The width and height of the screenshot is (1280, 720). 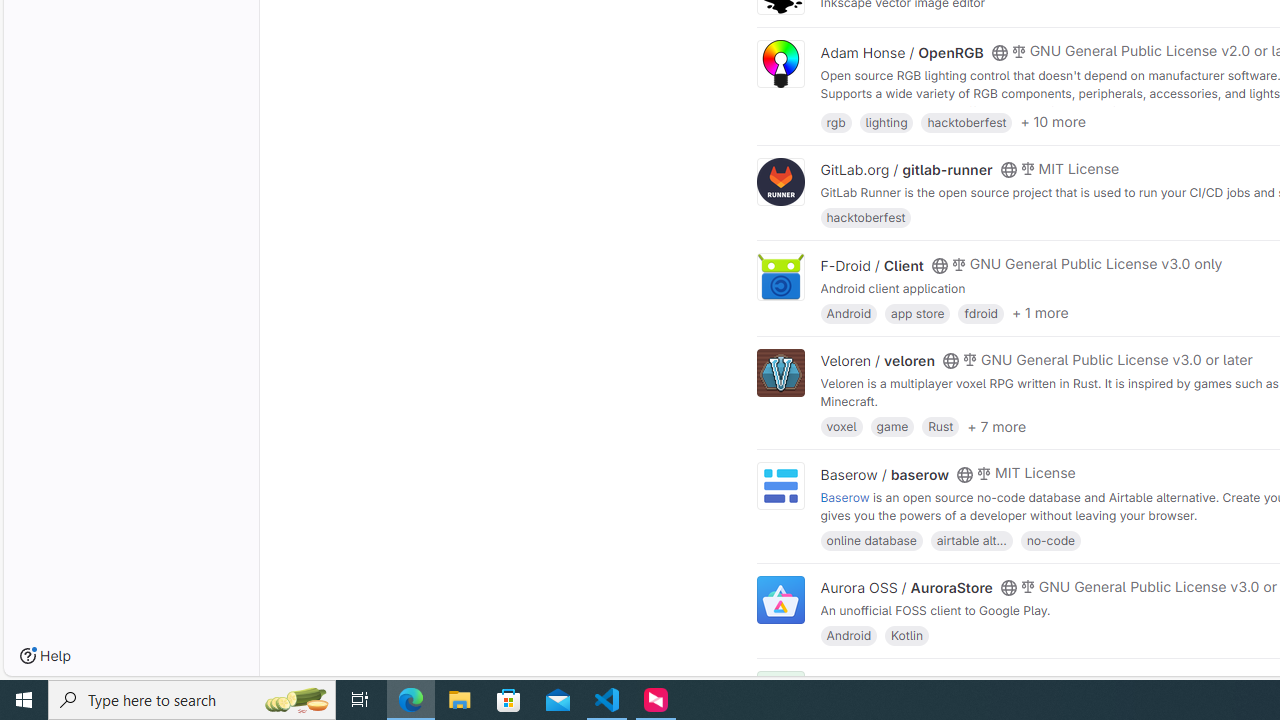 What do you see at coordinates (836, 121) in the screenshot?
I see `'rgb'` at bounding box center [836, 121].